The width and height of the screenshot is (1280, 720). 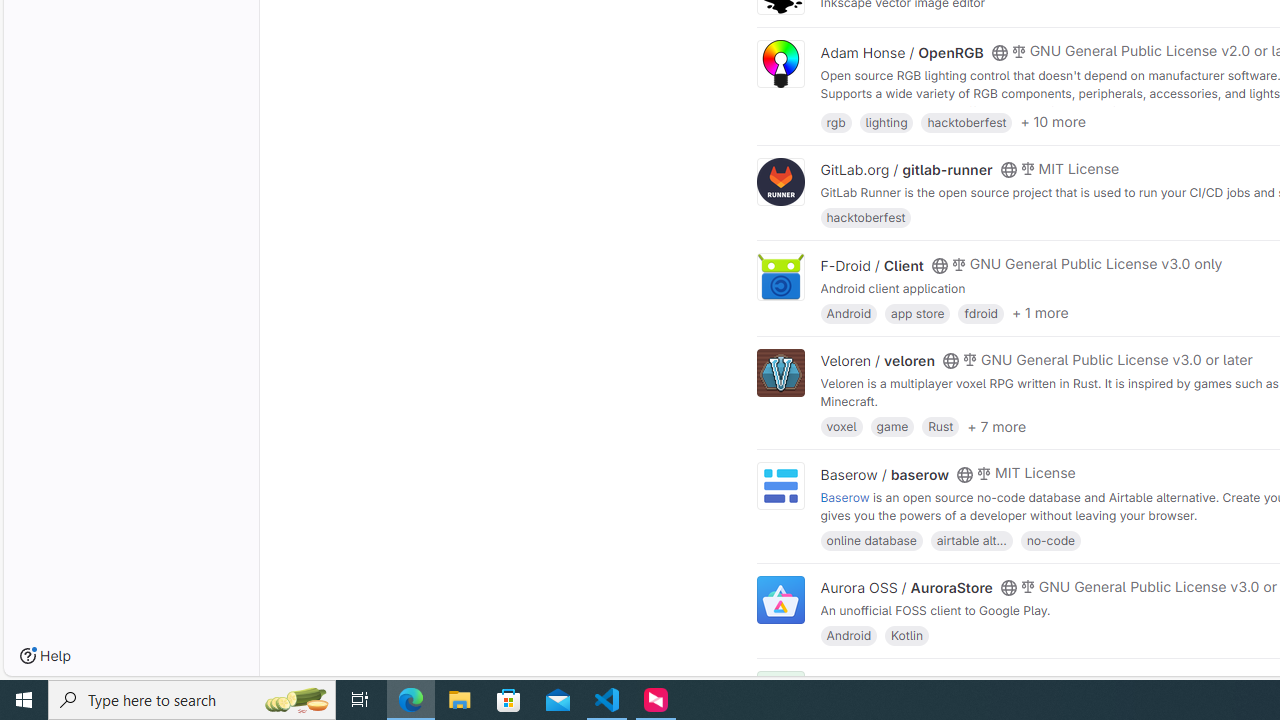 What do you see at coordinates (836, 121) in the screenshot?
I see `'rgb'` at bounding box center [836, 121].